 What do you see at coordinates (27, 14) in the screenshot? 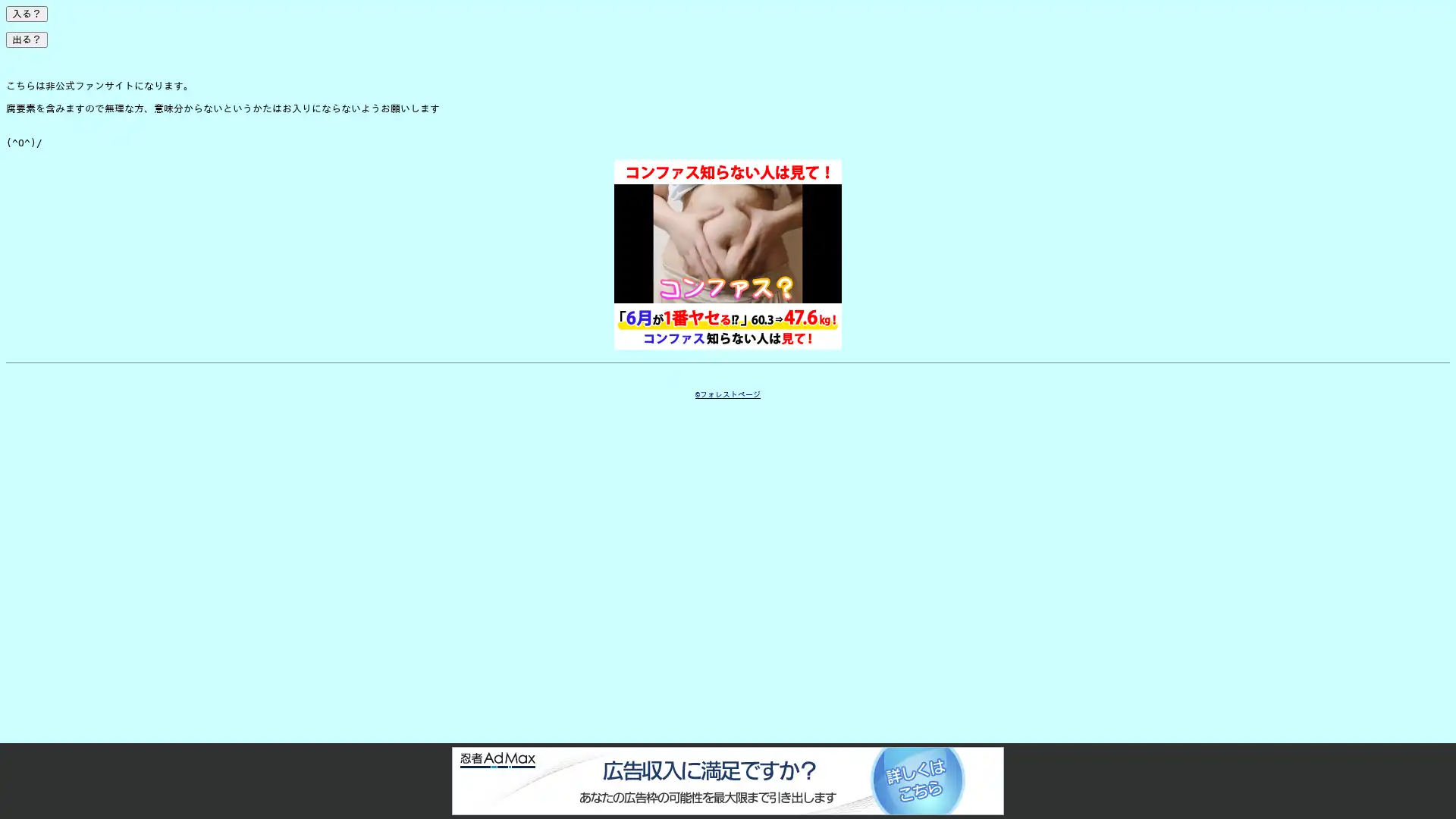
I see `?` at bounding box center [27, 14].